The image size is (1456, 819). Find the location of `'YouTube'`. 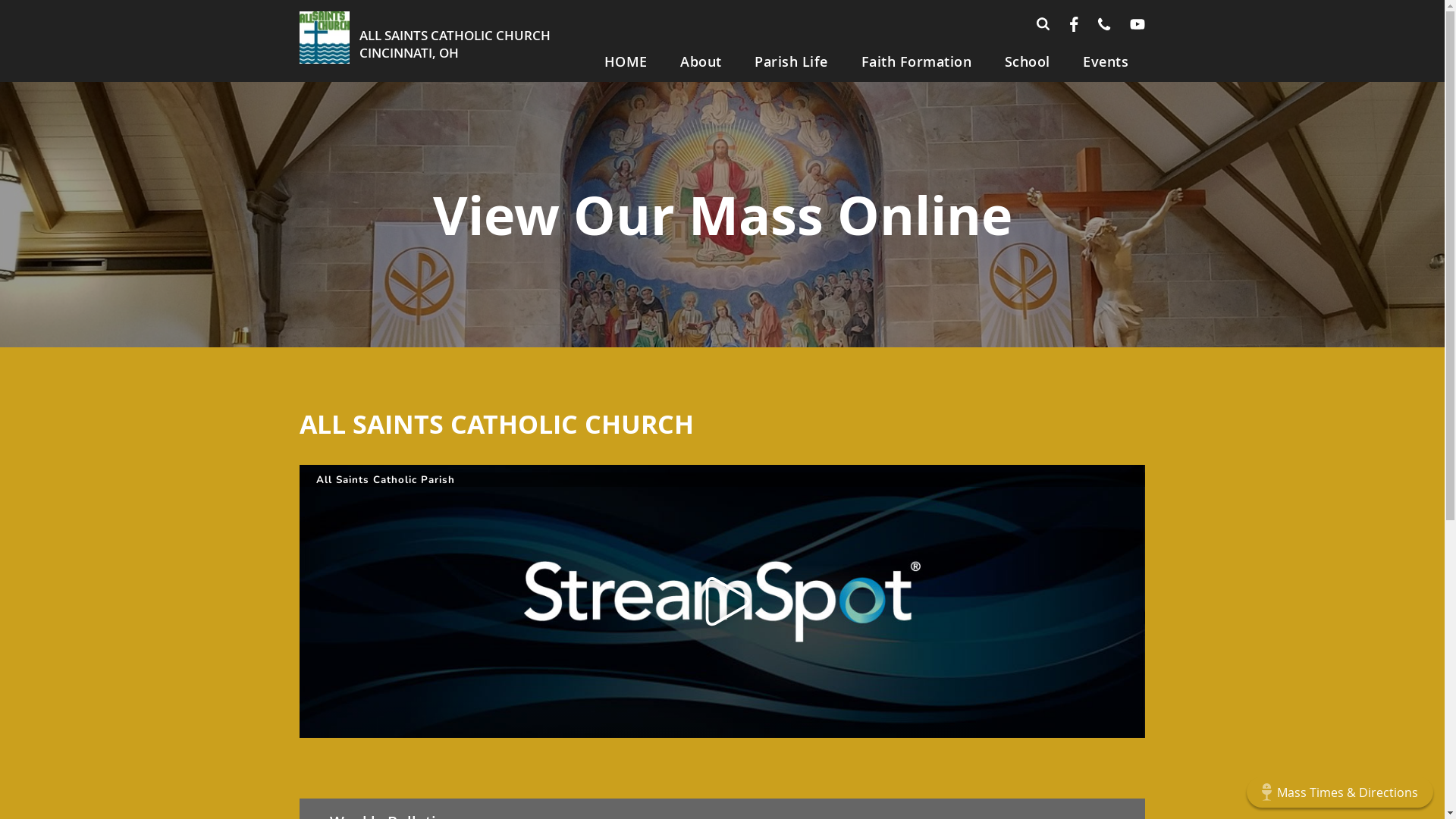

'YouTube' is located at coordinates (1137, 24).